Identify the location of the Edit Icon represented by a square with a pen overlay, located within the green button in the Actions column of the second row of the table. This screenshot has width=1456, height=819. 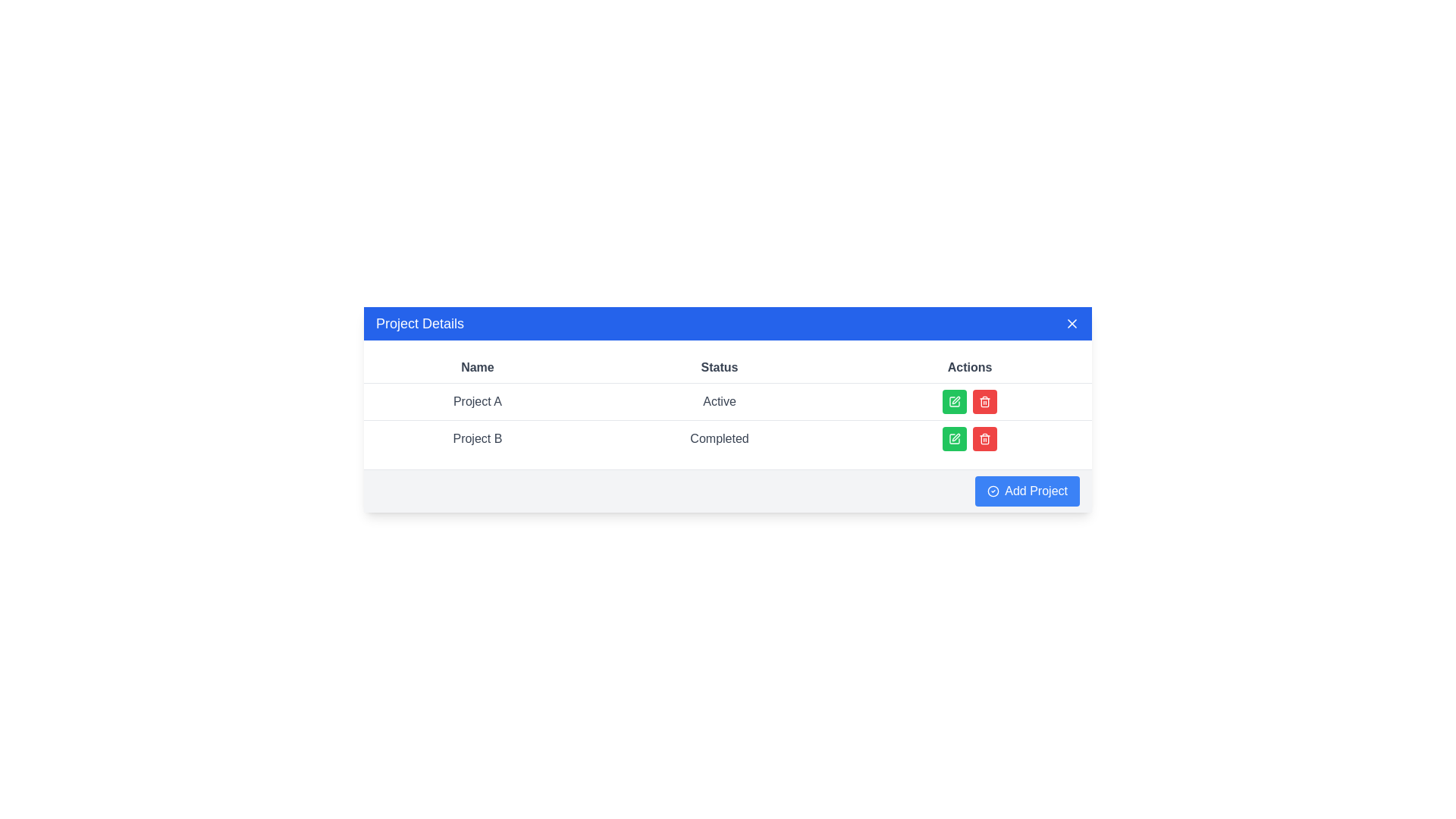
(954, 439).